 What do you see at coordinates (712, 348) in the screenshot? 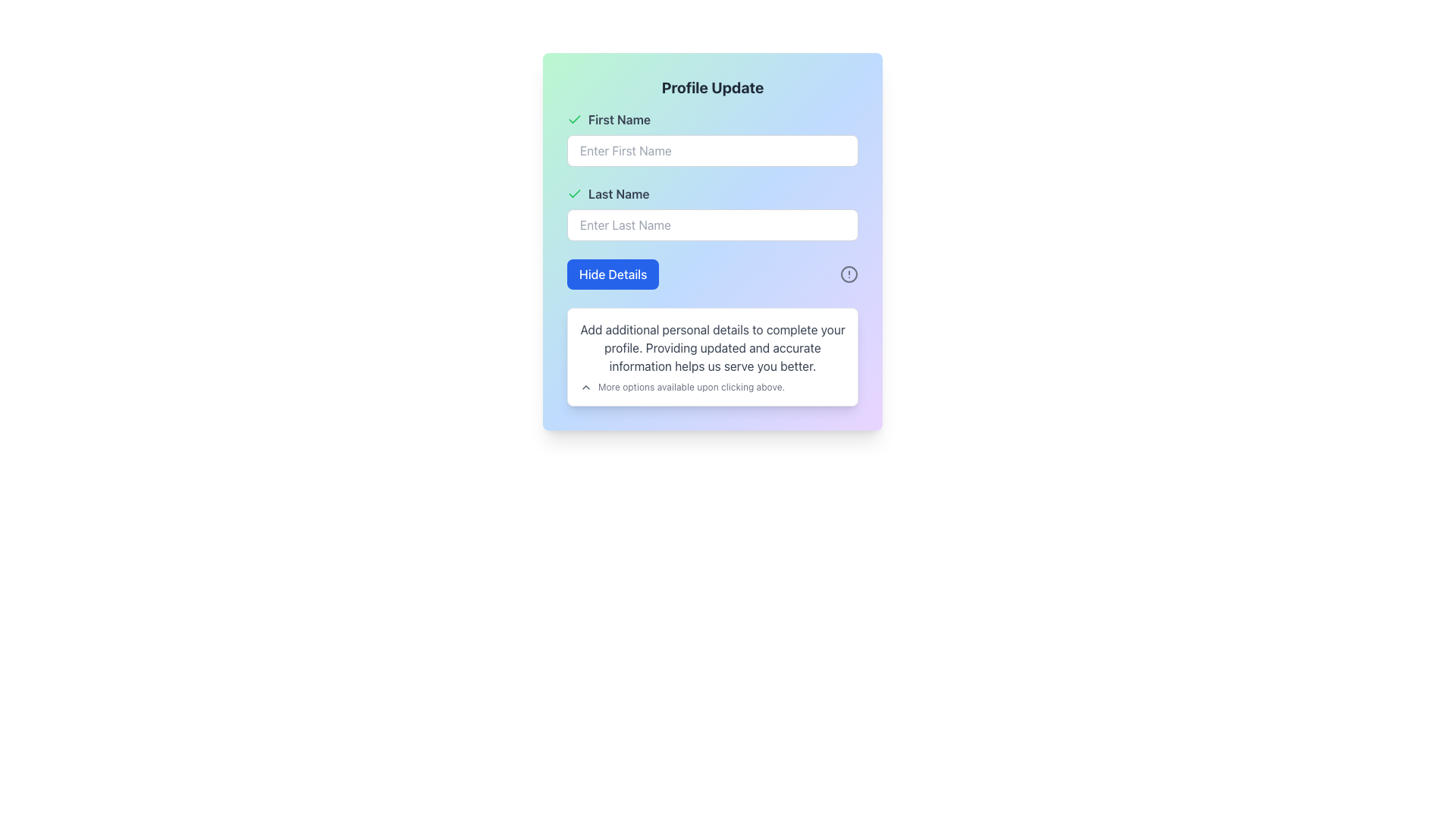
I see `the static informational text element that advises users to add additional personal details to complete their profile, which is styled in gray font and located in the lower half of the card layout` at bounding box center [712, 348].